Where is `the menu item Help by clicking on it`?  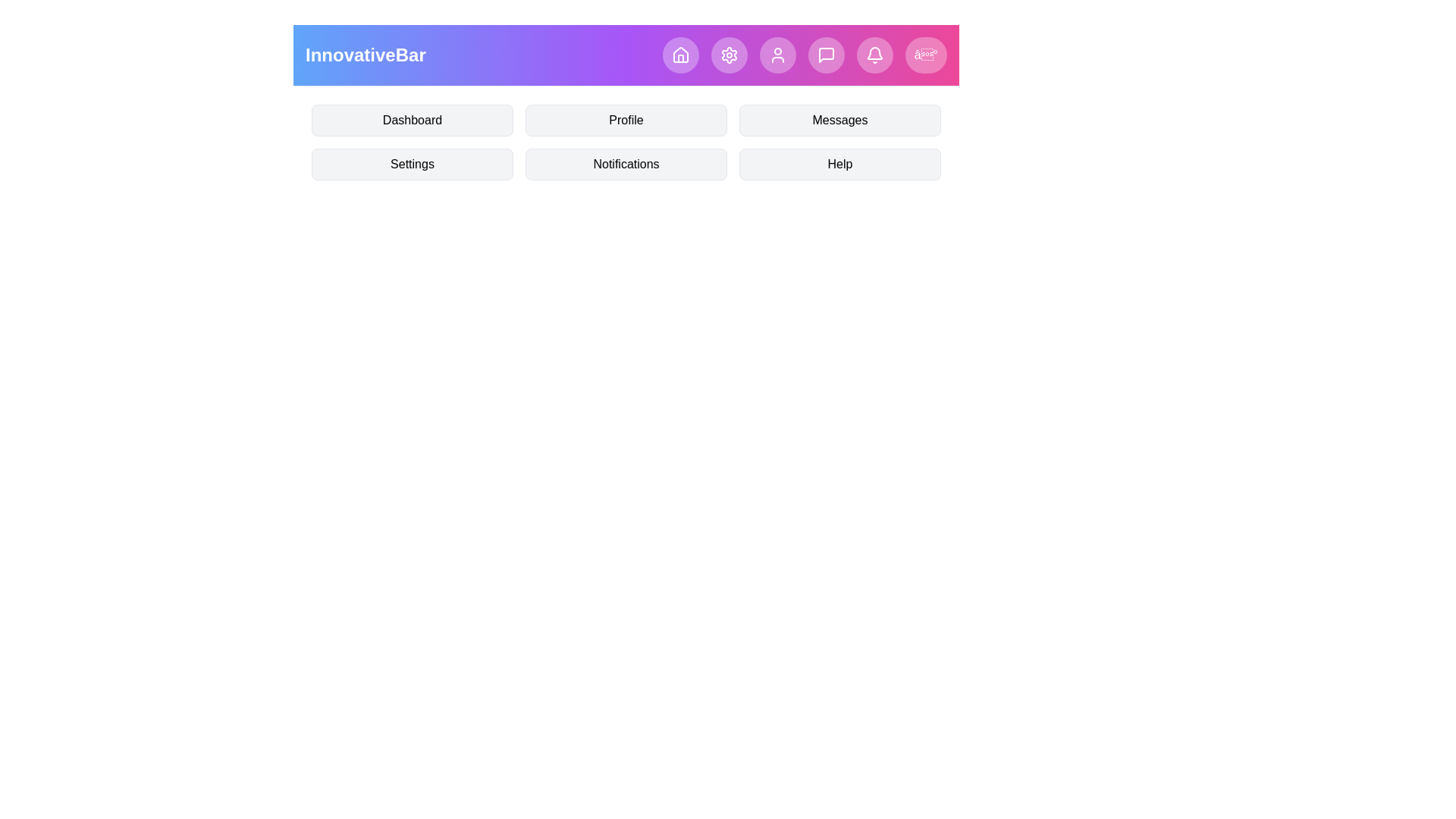
the menu item Help by clicking on it is located at coordinates (839, 164).